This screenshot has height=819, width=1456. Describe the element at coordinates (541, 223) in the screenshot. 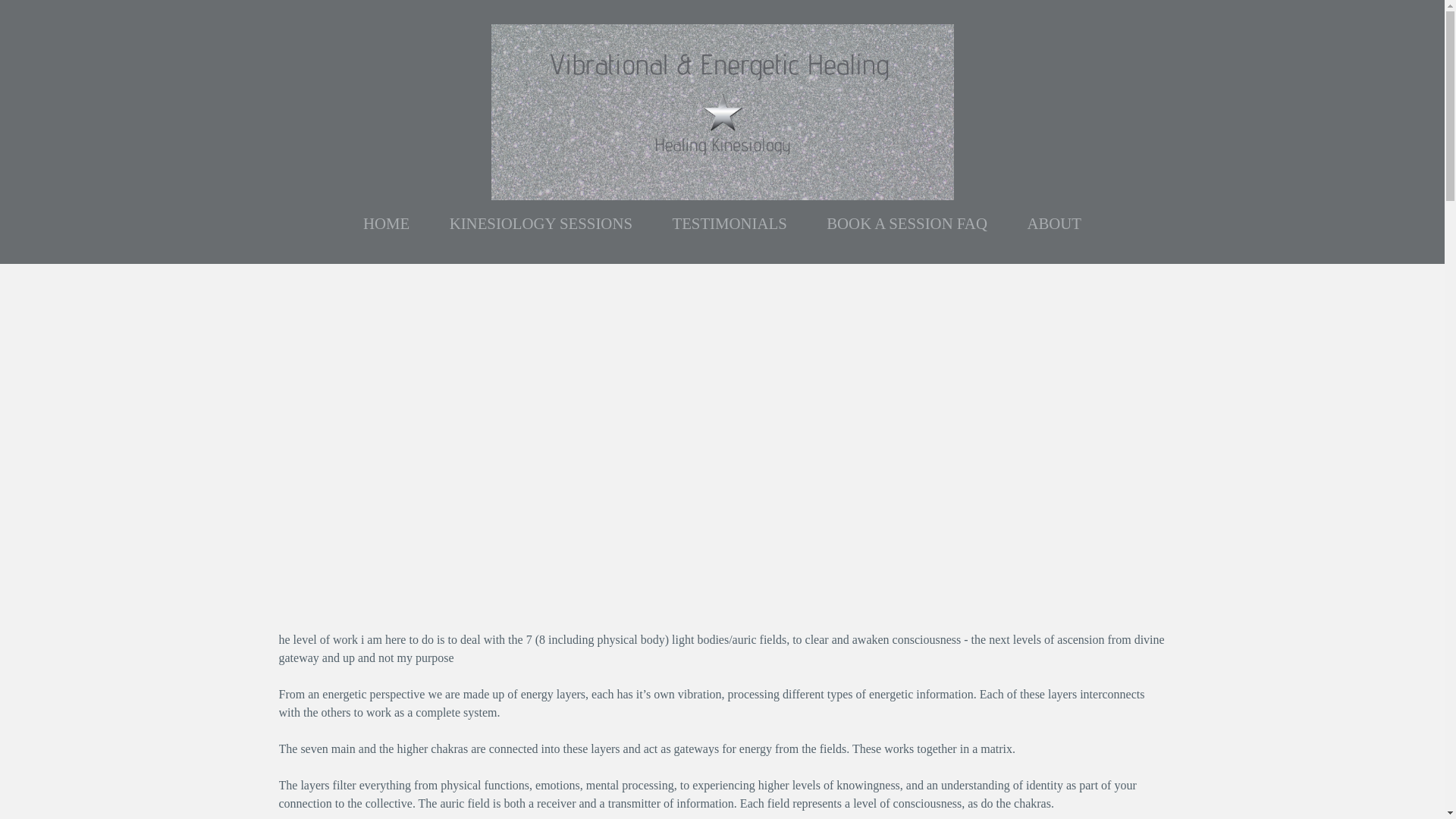

I see `'KINESIOLOGY SESSIONS'` at that location.